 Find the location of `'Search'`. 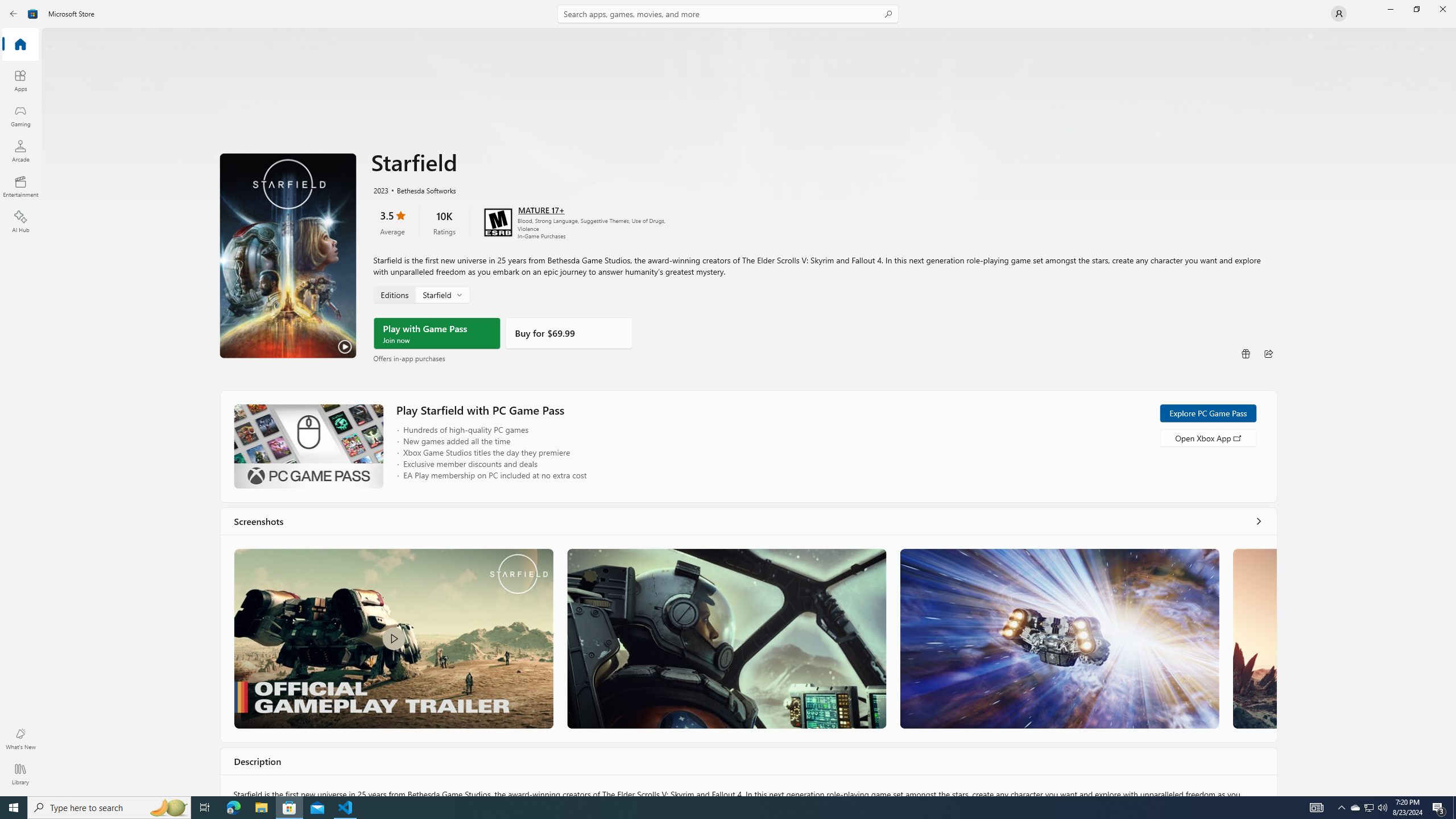

'Search' is located at coordinates (728, 13).